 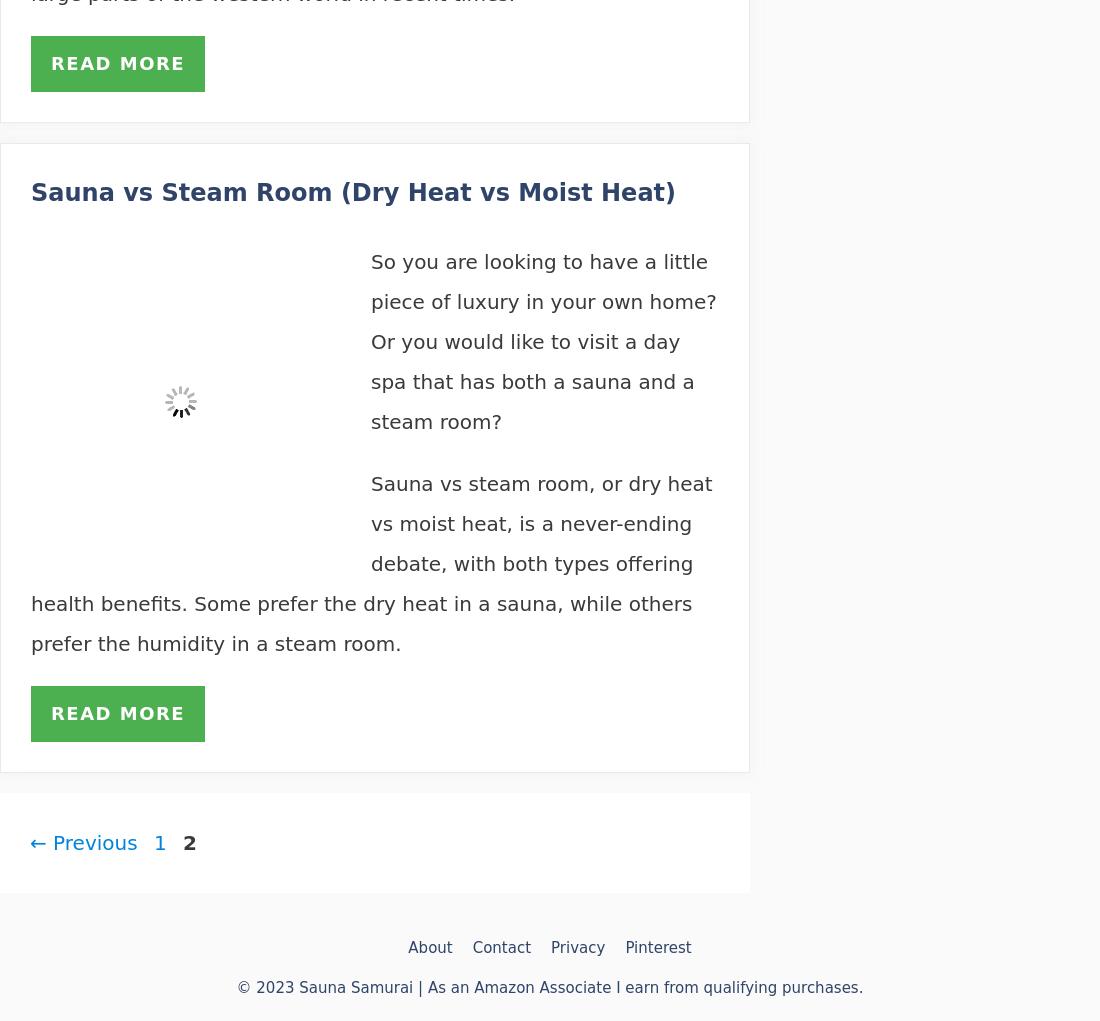 I want to click on '© 2023 Sauna Samurai | As an Amazon Associate I earn from qualifying purchases.', so click(x=549, y=988).